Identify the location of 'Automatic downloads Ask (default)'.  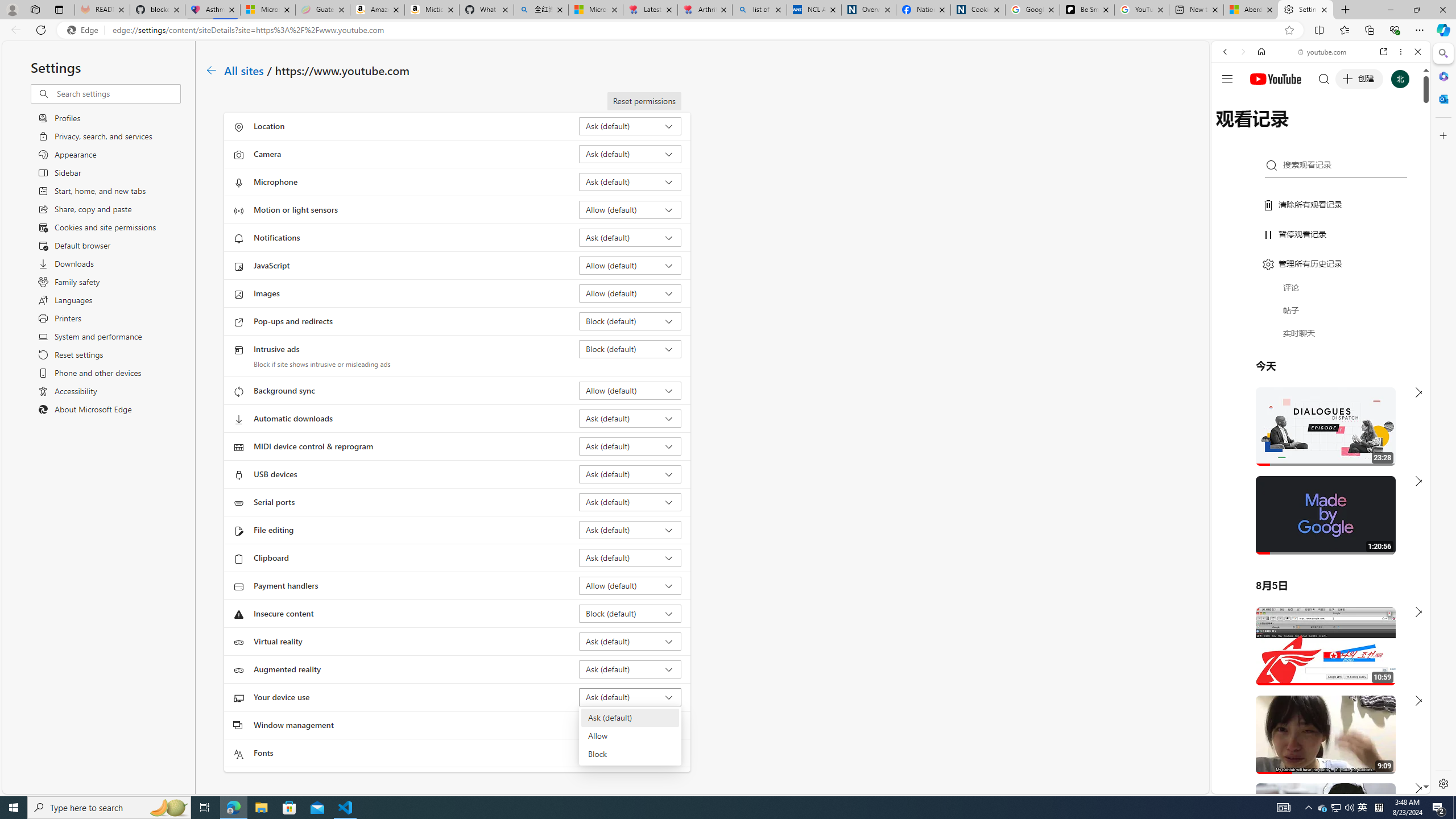
(630, 418).